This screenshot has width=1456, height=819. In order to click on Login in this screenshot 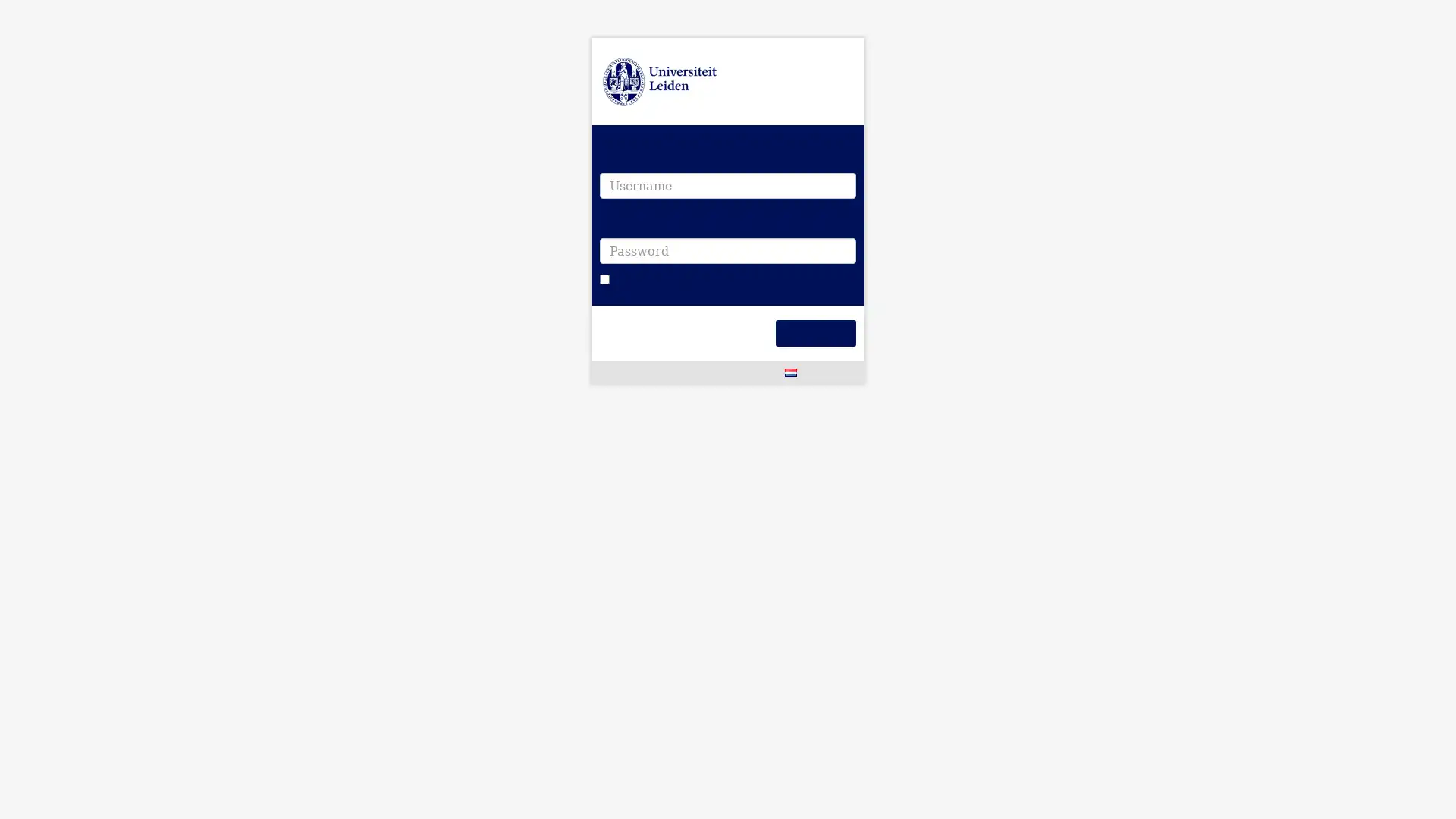, I will do `click(814, 332)`.